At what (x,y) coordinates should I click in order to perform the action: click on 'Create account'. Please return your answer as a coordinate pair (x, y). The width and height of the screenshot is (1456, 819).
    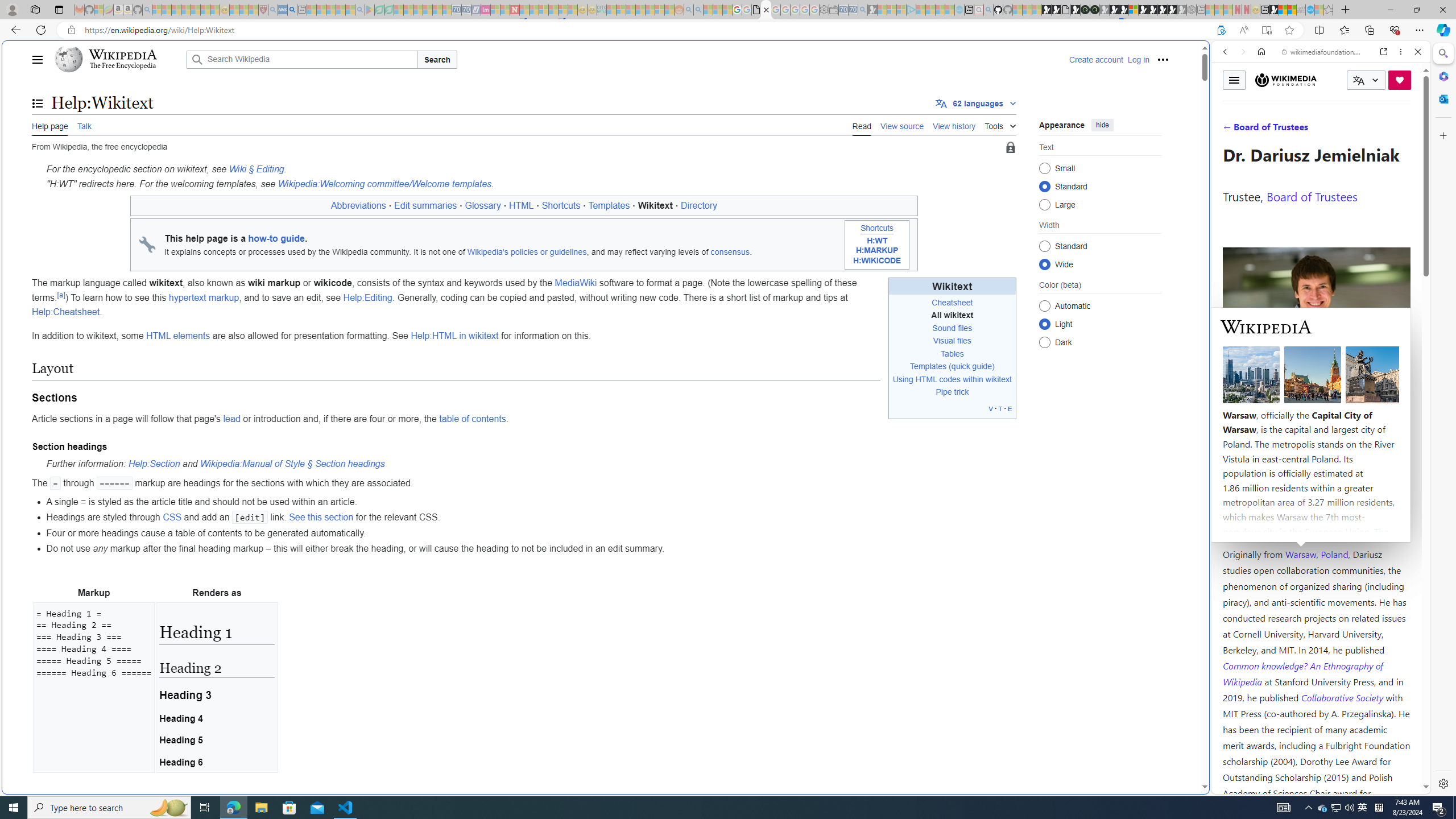
    Looking at the image, I should click on (1095, 59).